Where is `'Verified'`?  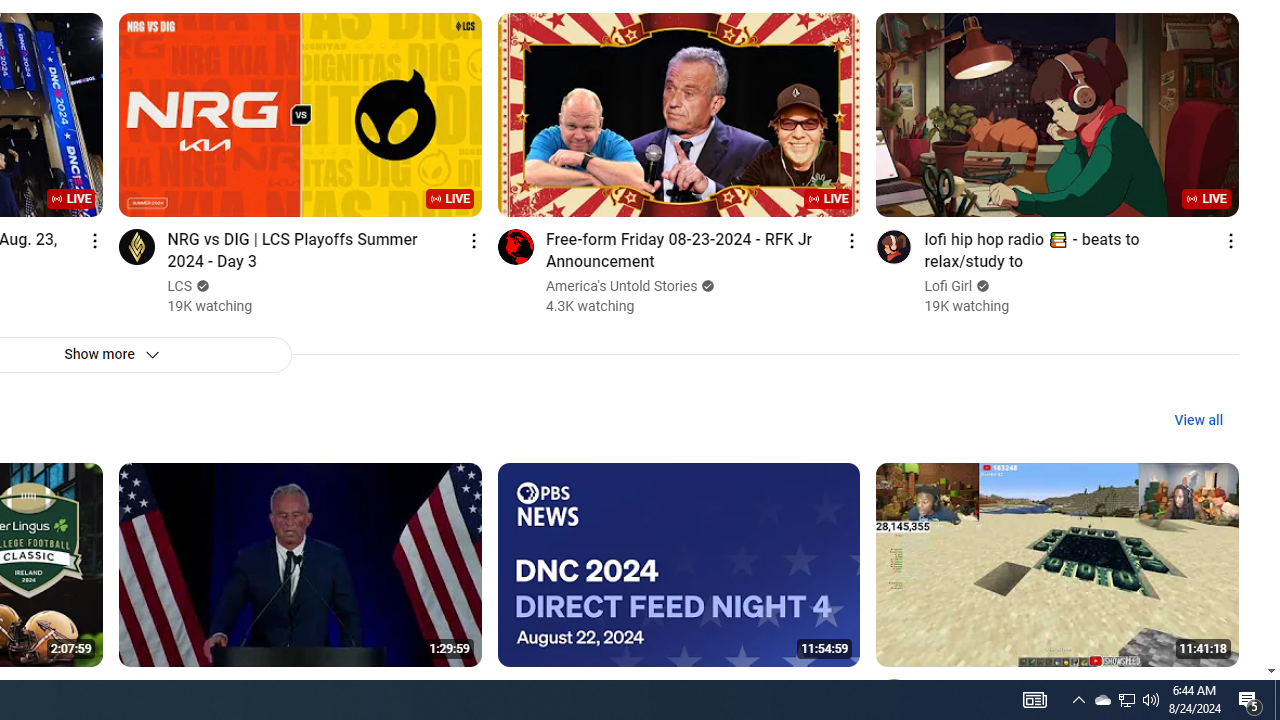
'Verified' is located at coordinates (981, 286).